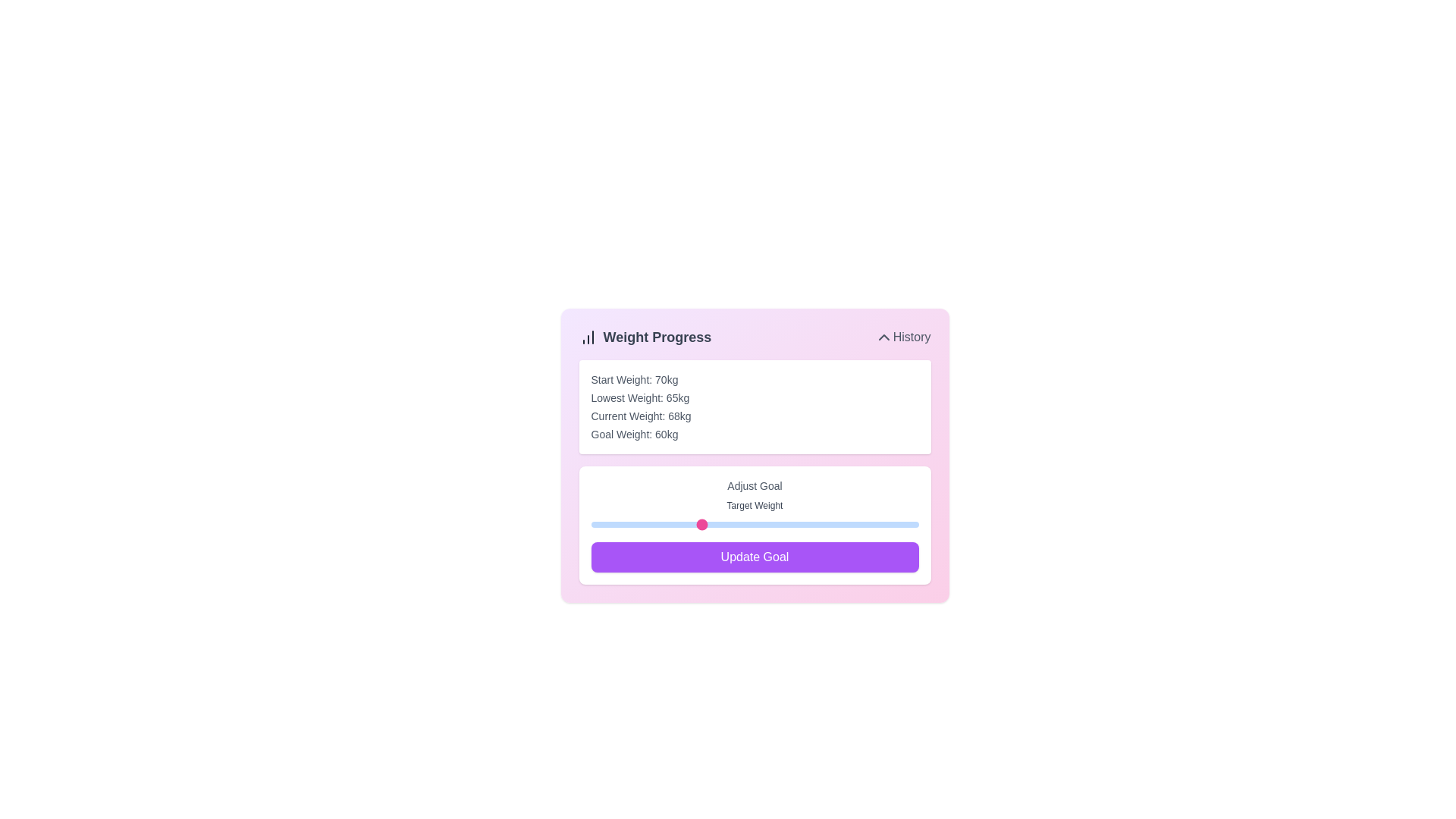 The height and width of the screenshot is (819, 1456). What do you see at coordinates (755, 557) in the screenshot?
I see `the 'Update Goal' button to submit the changes` at bounding box center [755, 557].